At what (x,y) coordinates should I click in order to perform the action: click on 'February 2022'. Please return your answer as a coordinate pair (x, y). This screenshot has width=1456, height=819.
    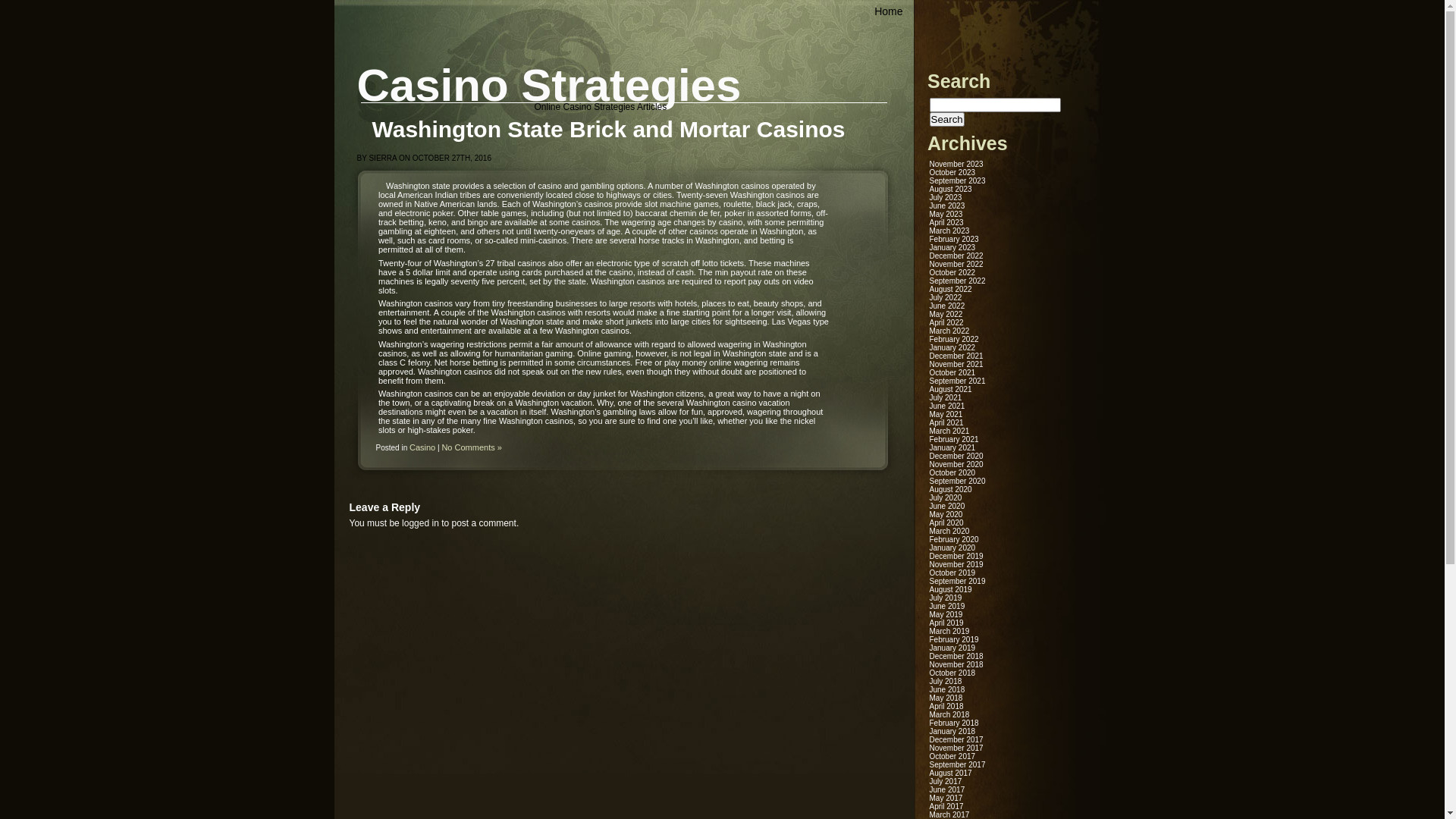
    Looking at the image, I should click on (953, 338).